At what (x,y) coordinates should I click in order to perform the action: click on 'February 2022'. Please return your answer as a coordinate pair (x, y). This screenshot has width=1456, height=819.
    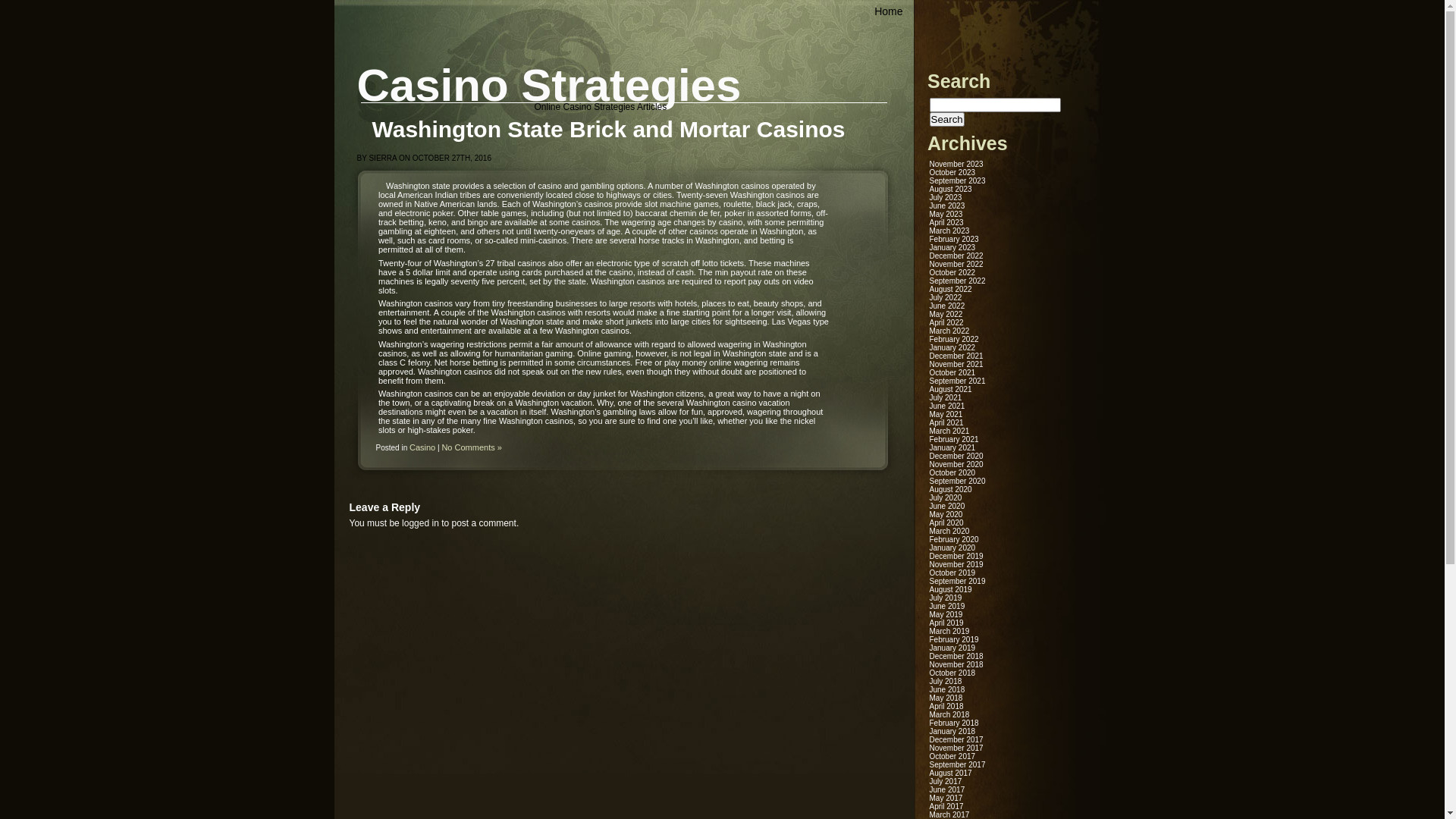
    Looking at the image, I should click on (953, 338).